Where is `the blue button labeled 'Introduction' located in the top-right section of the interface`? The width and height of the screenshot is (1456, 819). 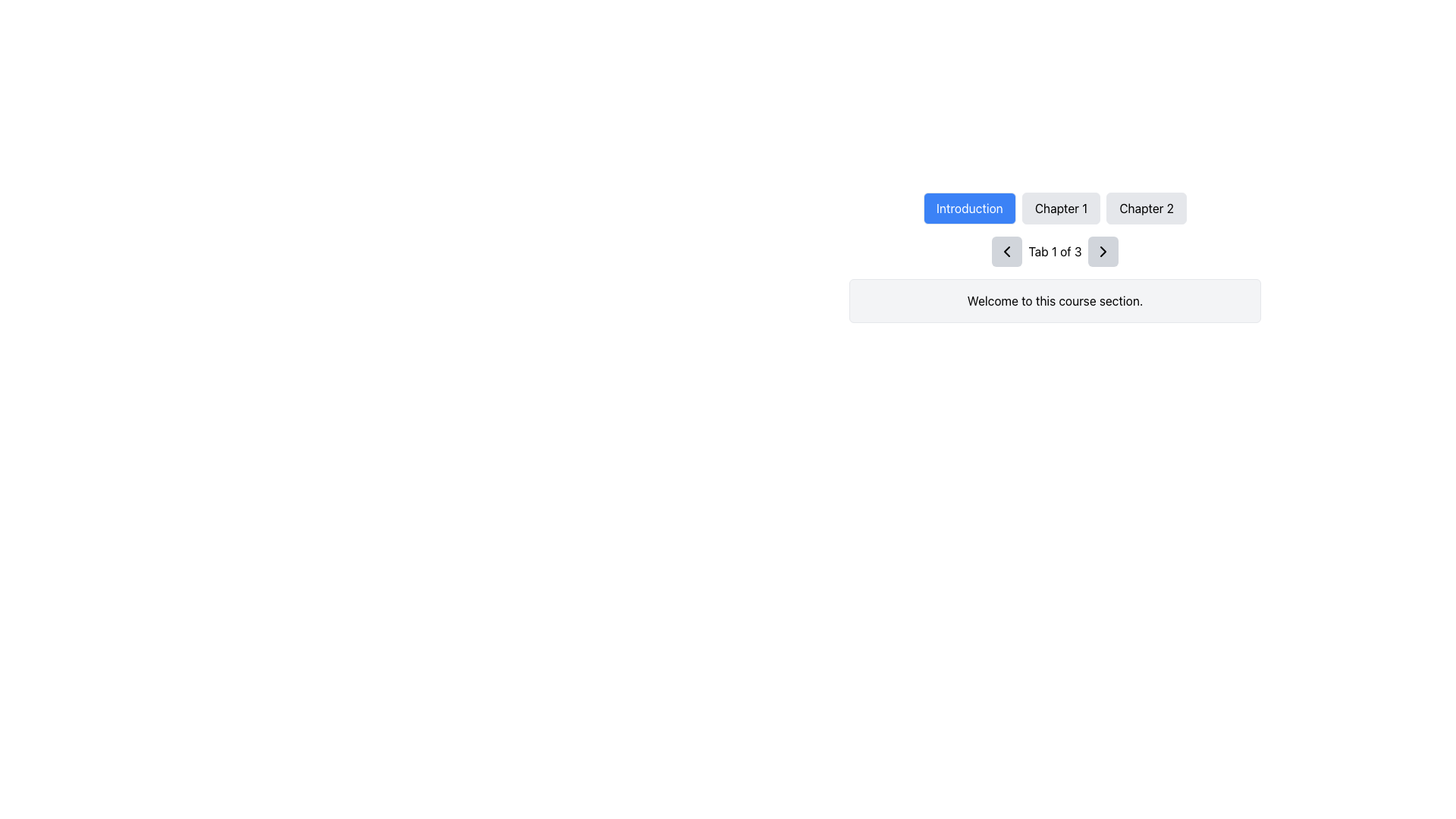 the blue button labeled 'Introduction' located in the top-right section of the interface is located at coordinates (968, 208).